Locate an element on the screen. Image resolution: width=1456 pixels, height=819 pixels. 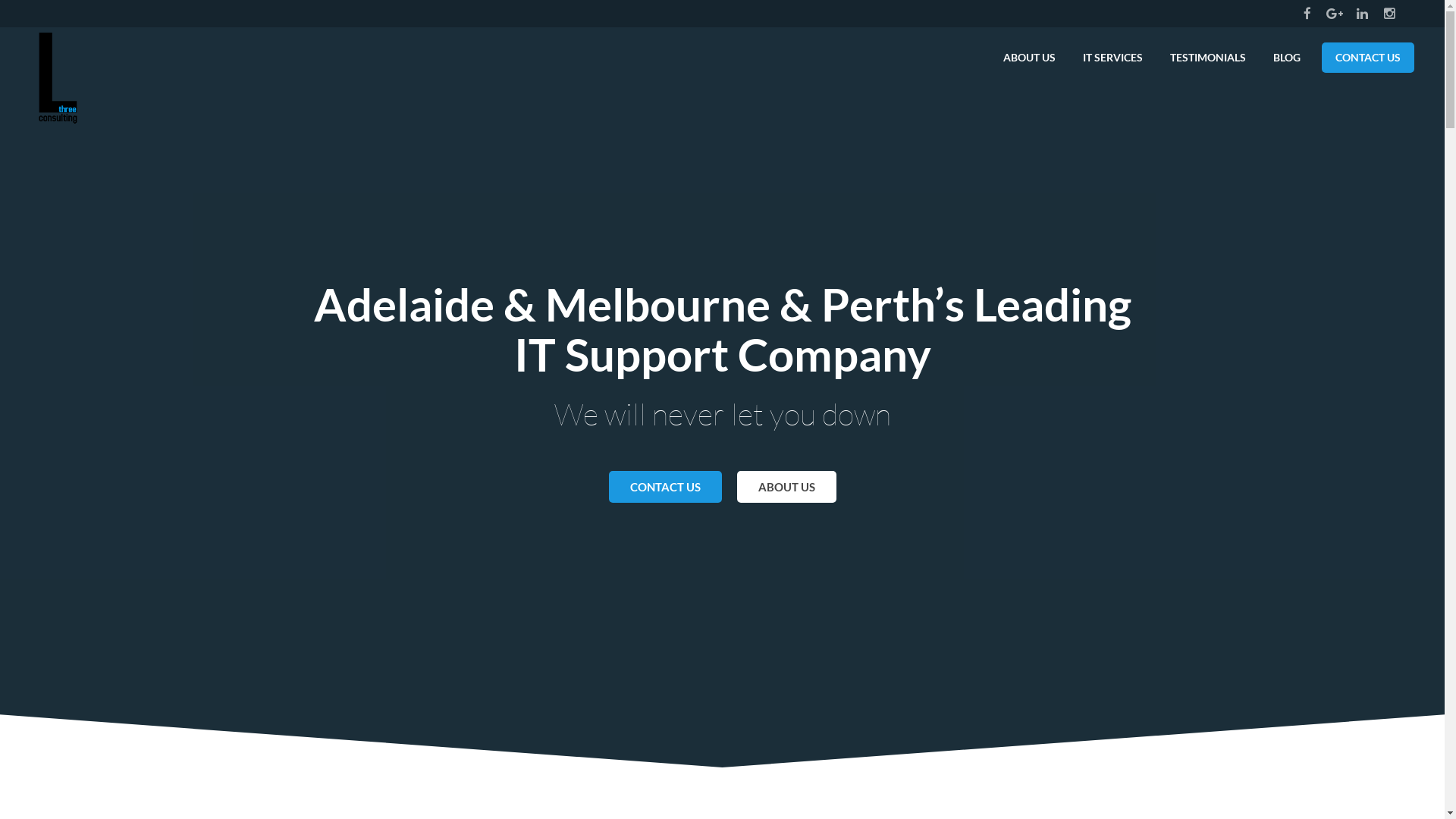
'IT SERVICES' is located at coordinates (1068, 57).